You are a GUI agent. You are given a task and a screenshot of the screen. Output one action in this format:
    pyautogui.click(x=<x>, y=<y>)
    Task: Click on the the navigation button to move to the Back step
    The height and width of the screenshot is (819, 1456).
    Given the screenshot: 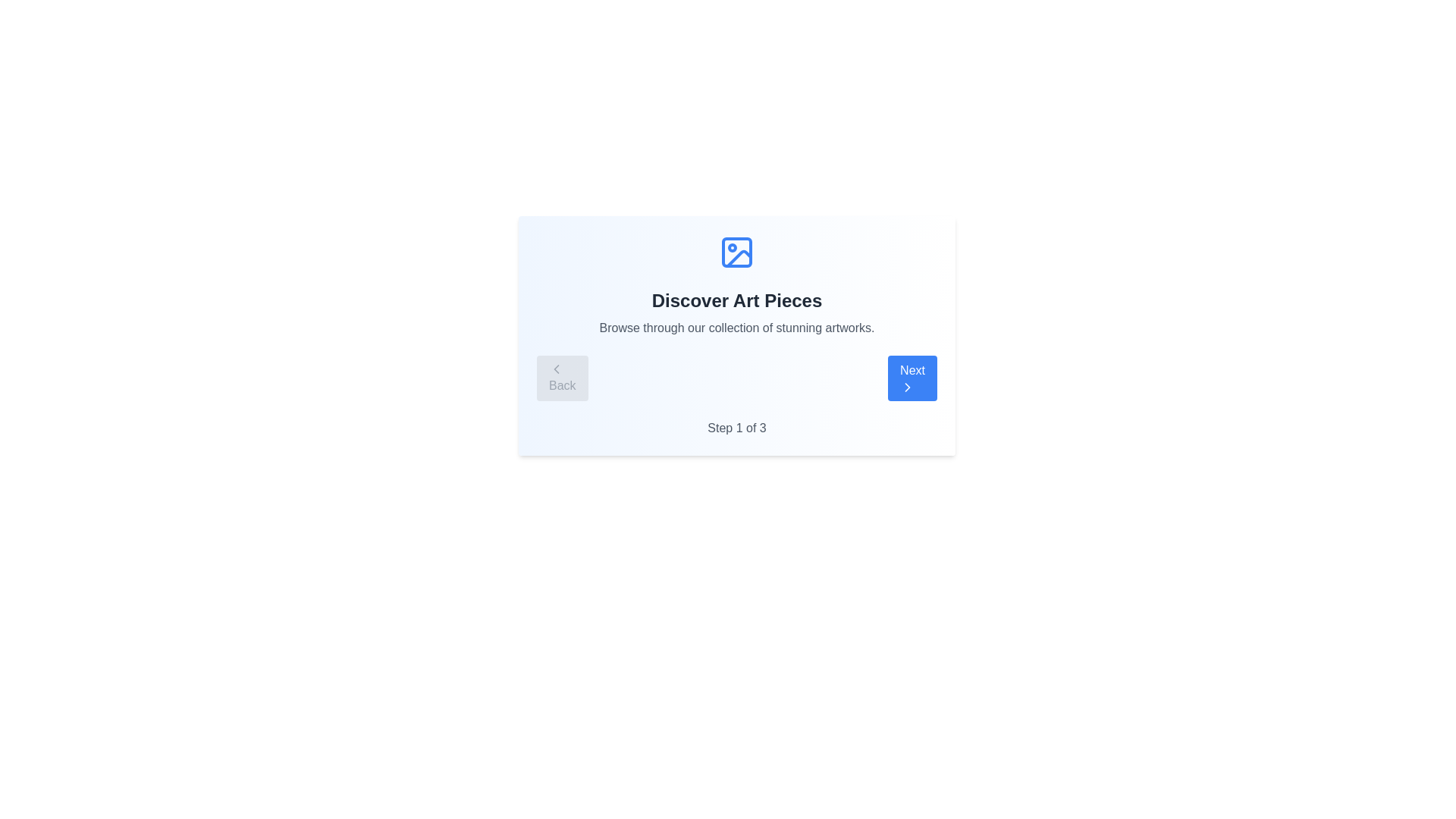 What is the action you would take?
    pyautogui.click(x=561, y=377)
    